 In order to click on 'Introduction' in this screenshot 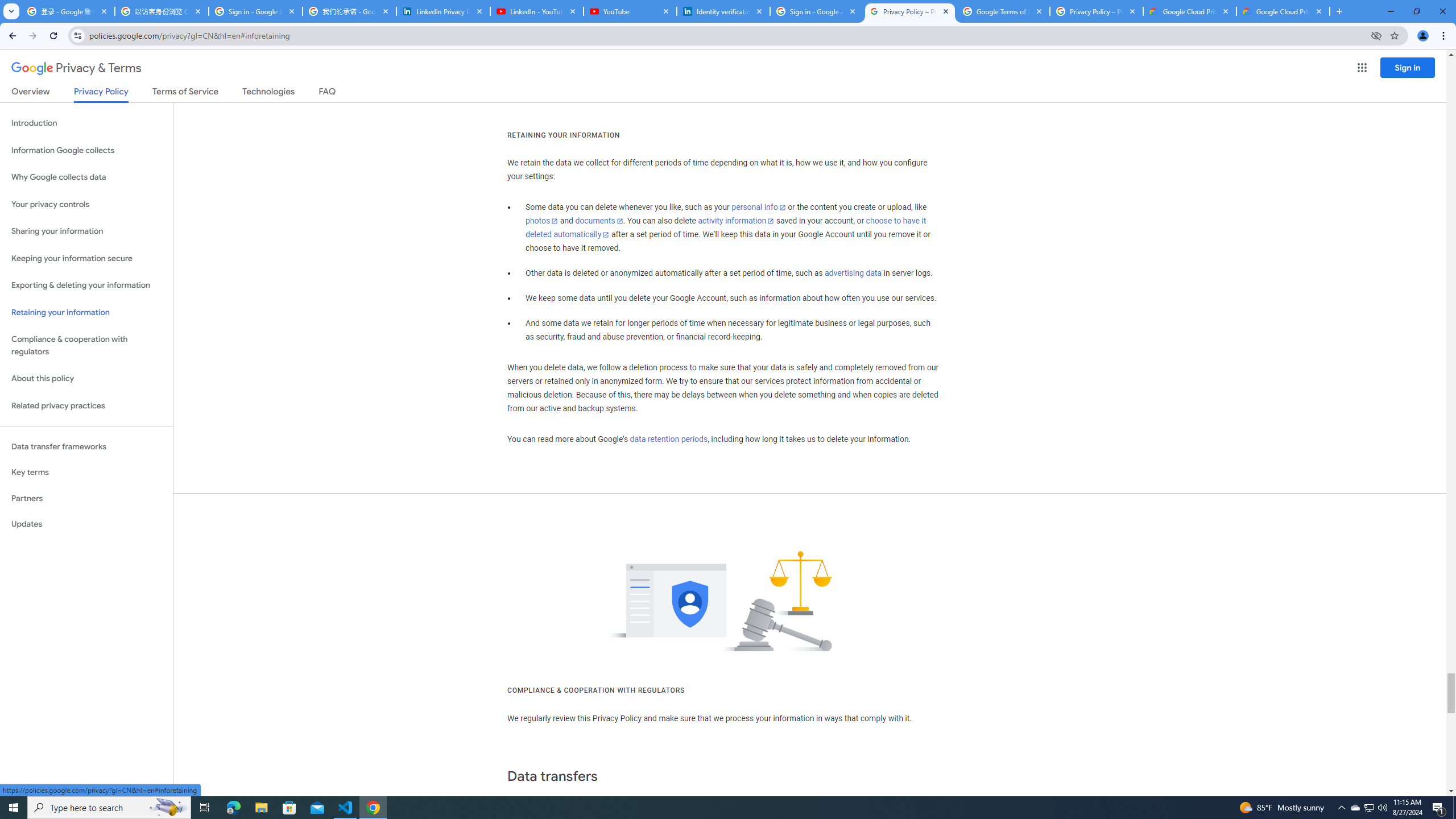, I will do `click(86, 122)`.